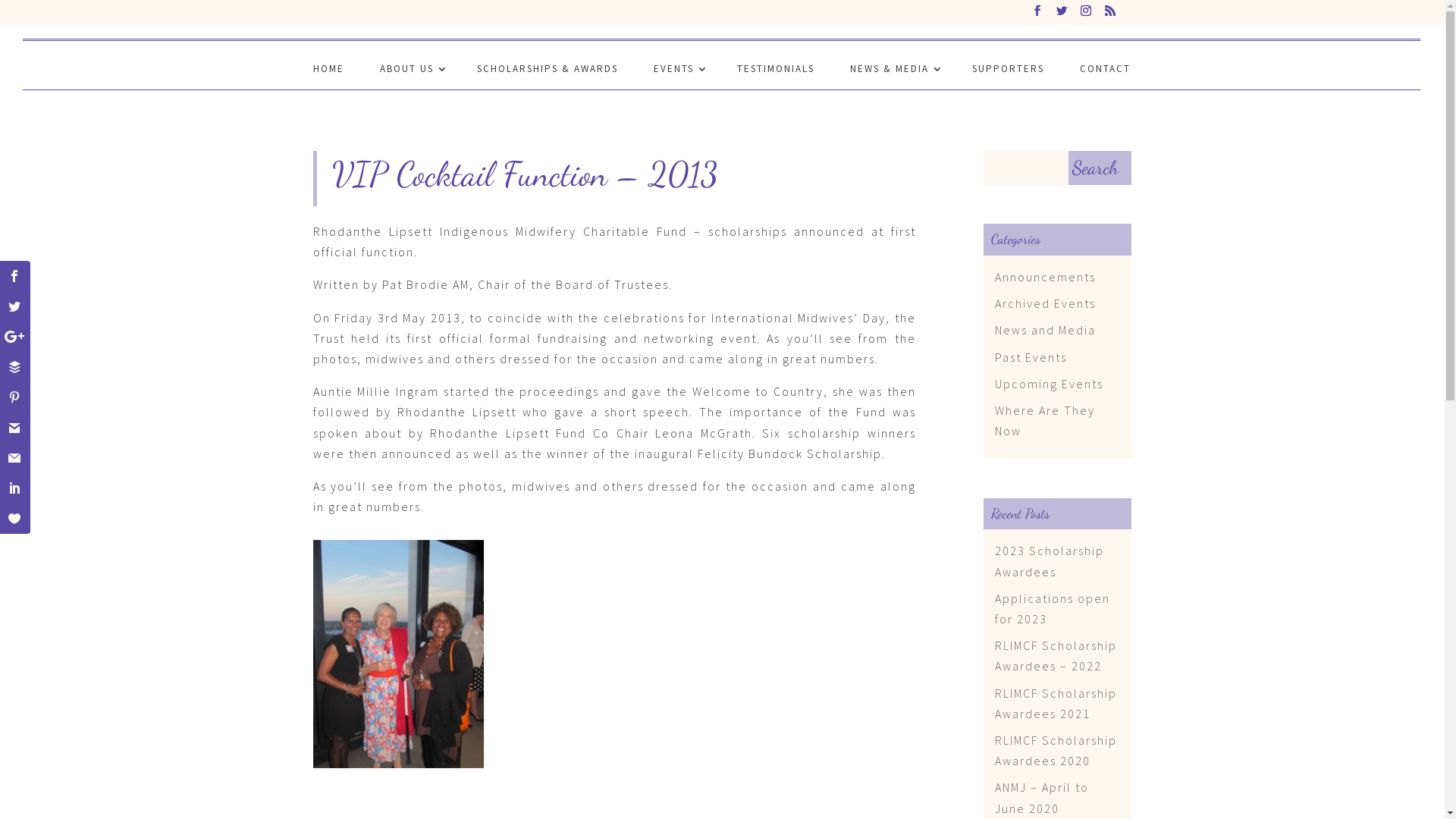  Describe the element at coordinates (1031, 356) in the screenshot. I see `'Past Events'` at that location.